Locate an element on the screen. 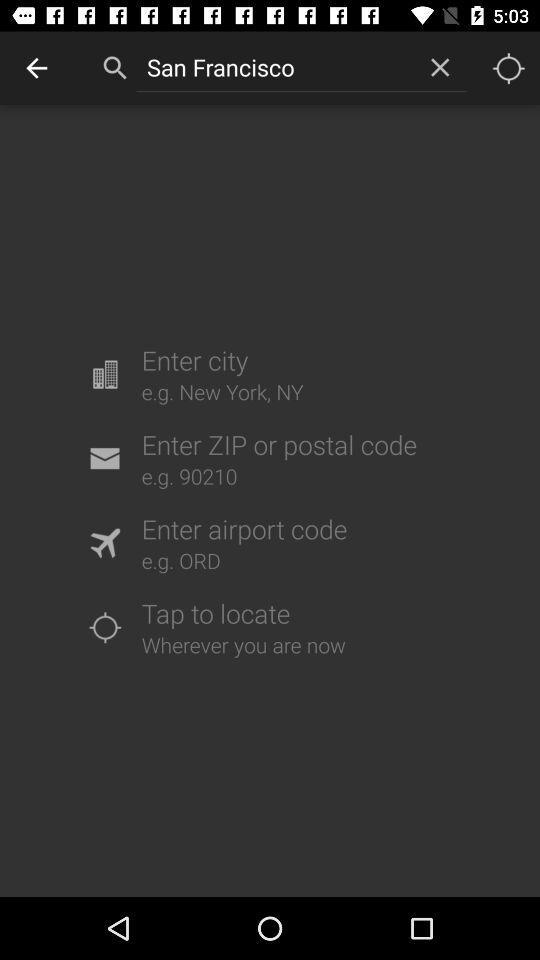 The image size is (540, 960). icon above enter city icon is located at coordinates (274, 67).